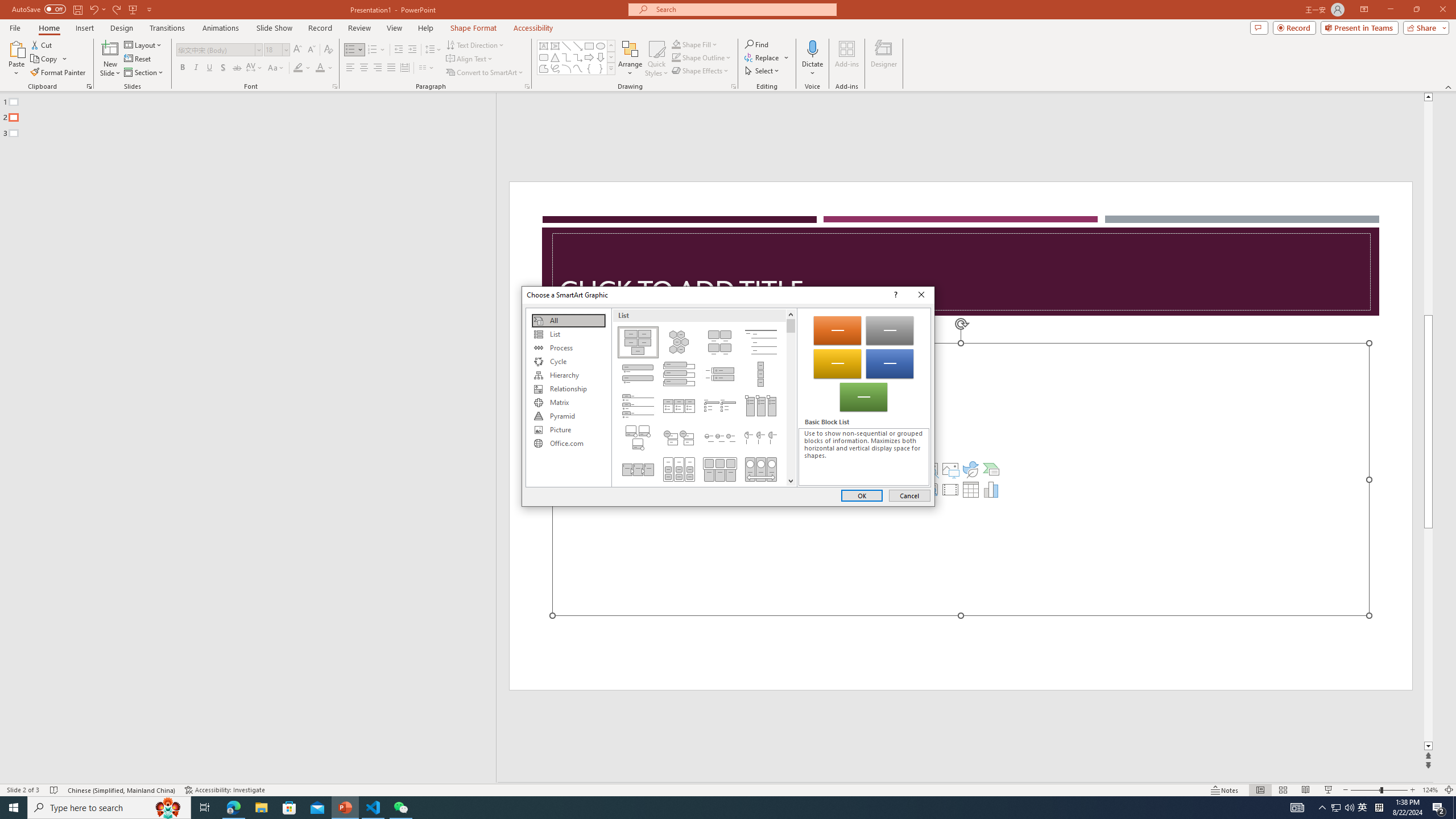 The image size is (1456, 819). I want to click on 'Continuous Picture List', so click(760, 469).